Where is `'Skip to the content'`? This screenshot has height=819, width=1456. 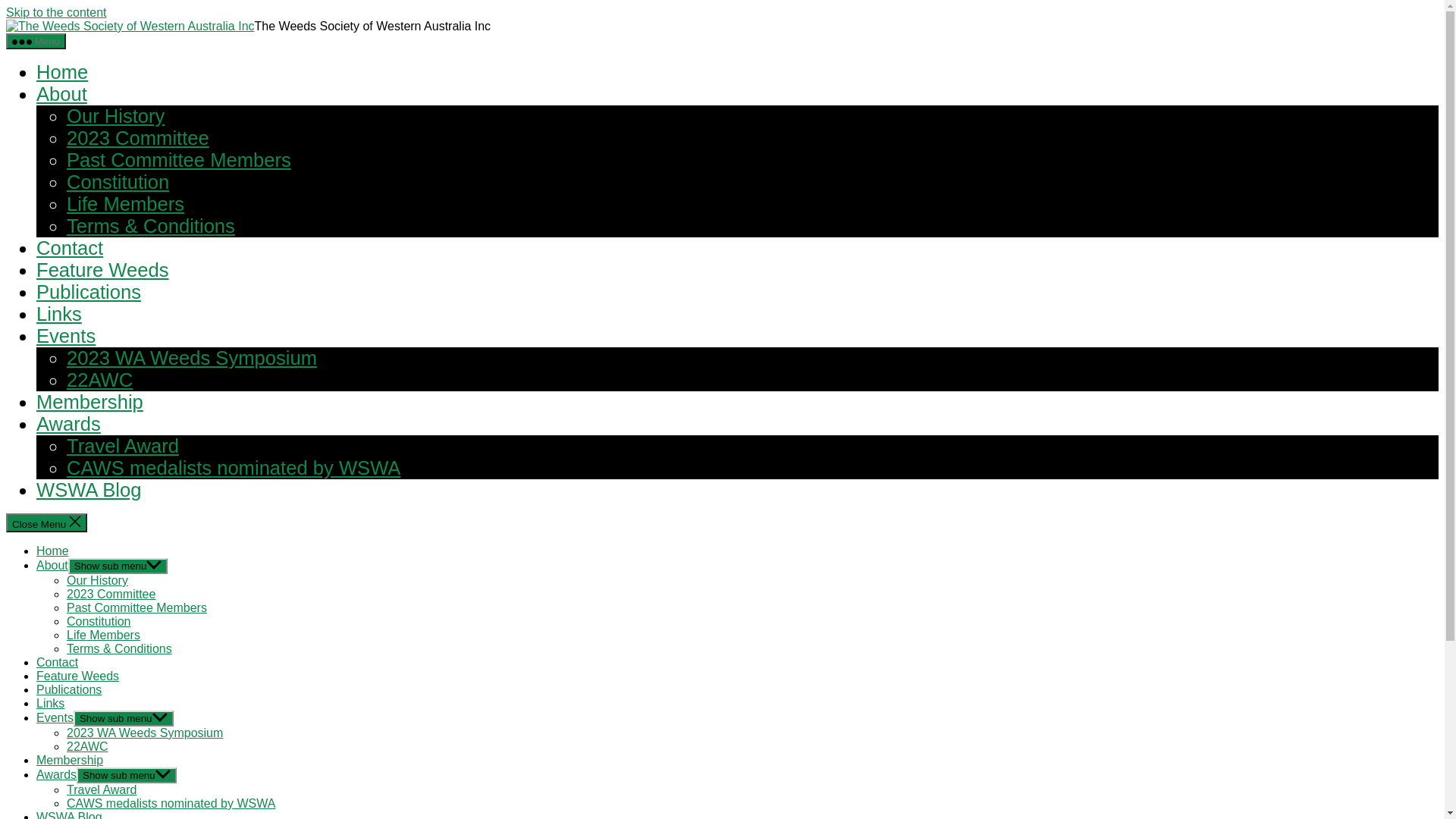
'Skip to the content' is located at coordinates (56, 12).